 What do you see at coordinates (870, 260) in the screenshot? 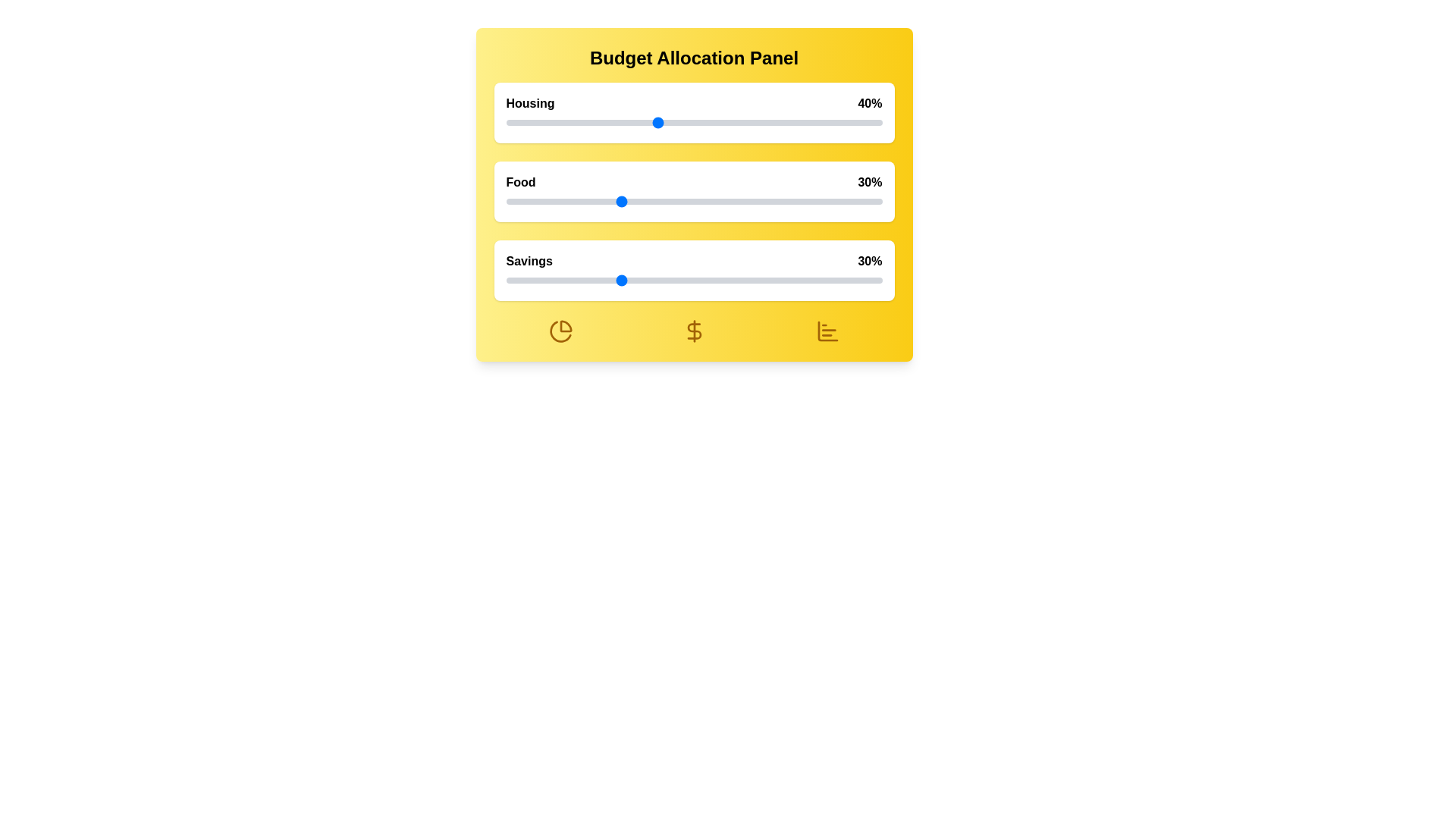
I see `the text label displaying '30%' in bold format, which is part of the budget allocation panel and located beside the slider control under the 'Savings' label` at bounding box center [870, 260].